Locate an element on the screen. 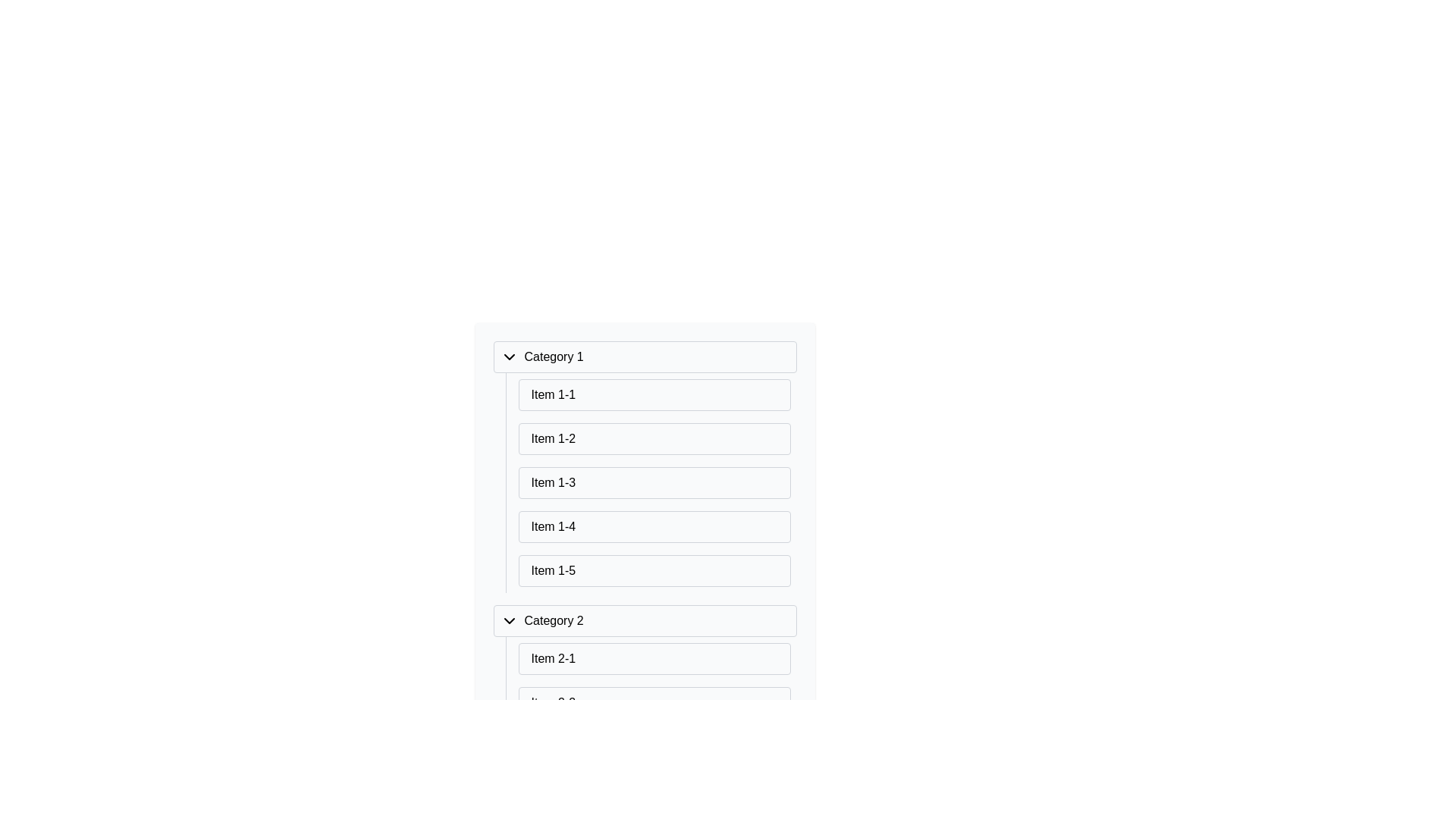 The height and width of the screenshot is (819, 1456). the button labeled 'Item 2-1' under the 'Category 2' section is located at coordinates (654, 657).